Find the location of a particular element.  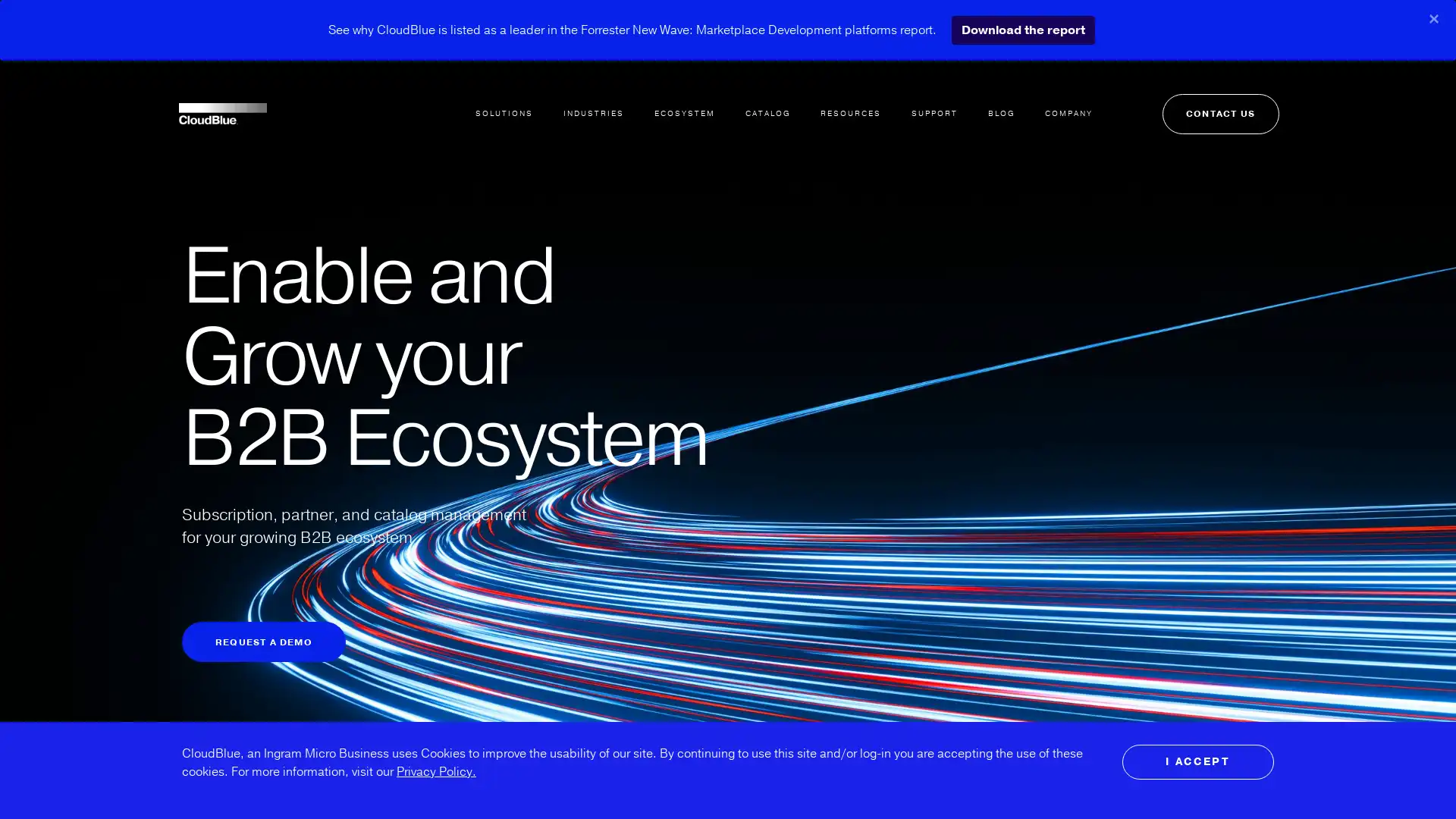

Download the report is located at coordinates (1022, 30).